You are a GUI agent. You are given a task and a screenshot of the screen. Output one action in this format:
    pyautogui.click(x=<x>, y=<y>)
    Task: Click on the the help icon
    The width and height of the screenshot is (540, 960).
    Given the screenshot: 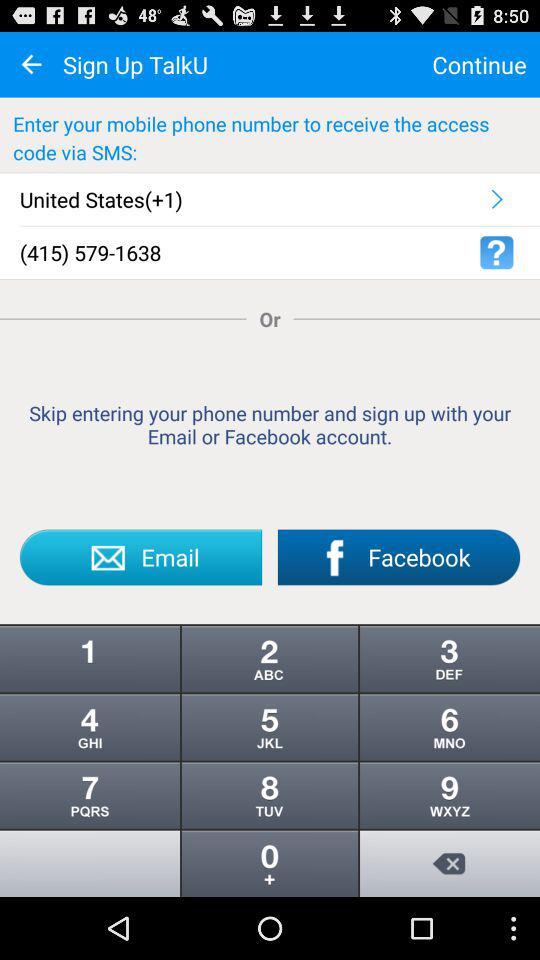 What is the action you would take?
    pyautogui.click(x=495, y=269)
    